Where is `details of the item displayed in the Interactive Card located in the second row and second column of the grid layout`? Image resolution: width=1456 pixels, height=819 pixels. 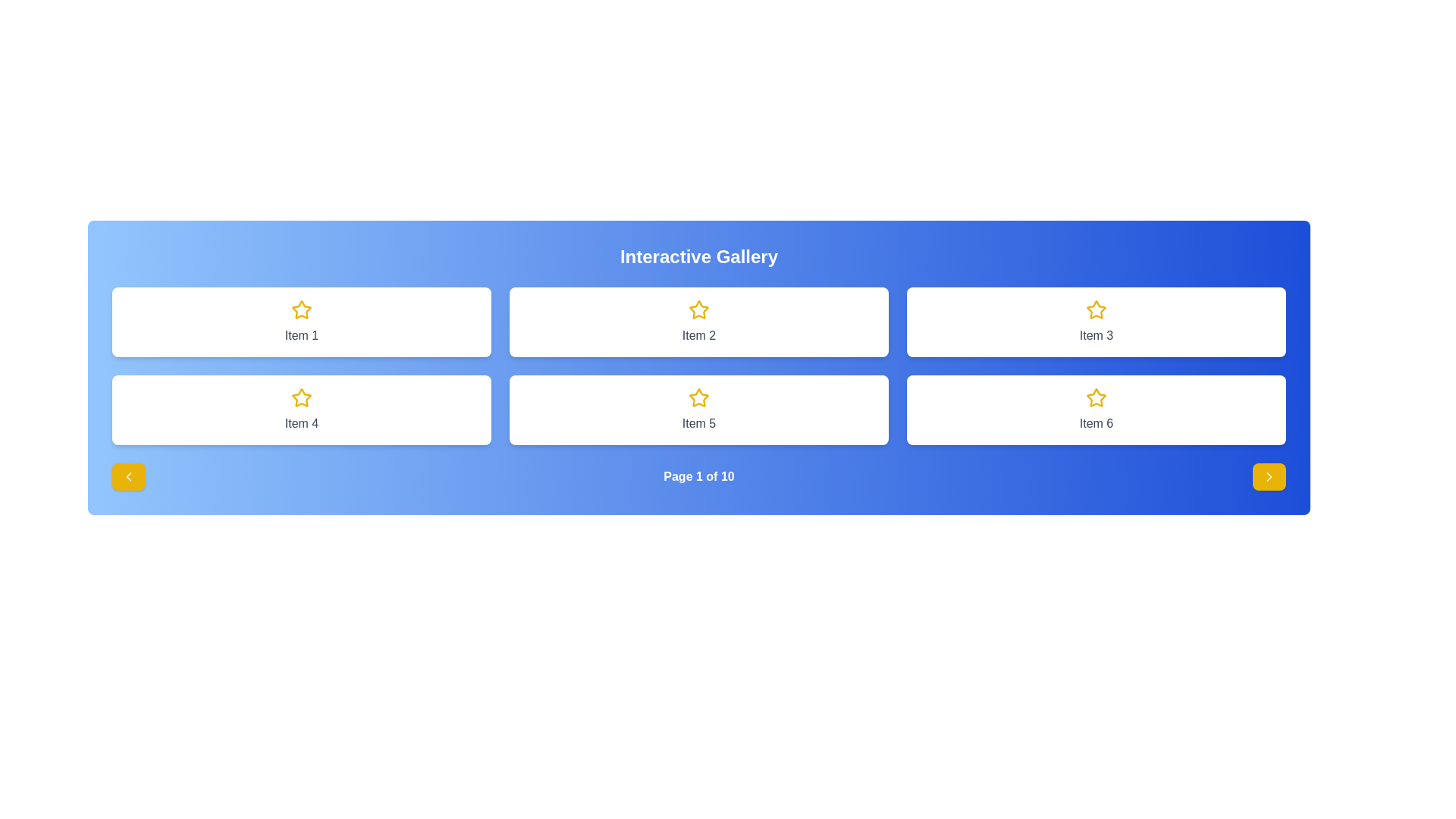
details of the item displayed in the Interactive Card located in the second row and second column of the grid layout is located at coordinates (698, 409).